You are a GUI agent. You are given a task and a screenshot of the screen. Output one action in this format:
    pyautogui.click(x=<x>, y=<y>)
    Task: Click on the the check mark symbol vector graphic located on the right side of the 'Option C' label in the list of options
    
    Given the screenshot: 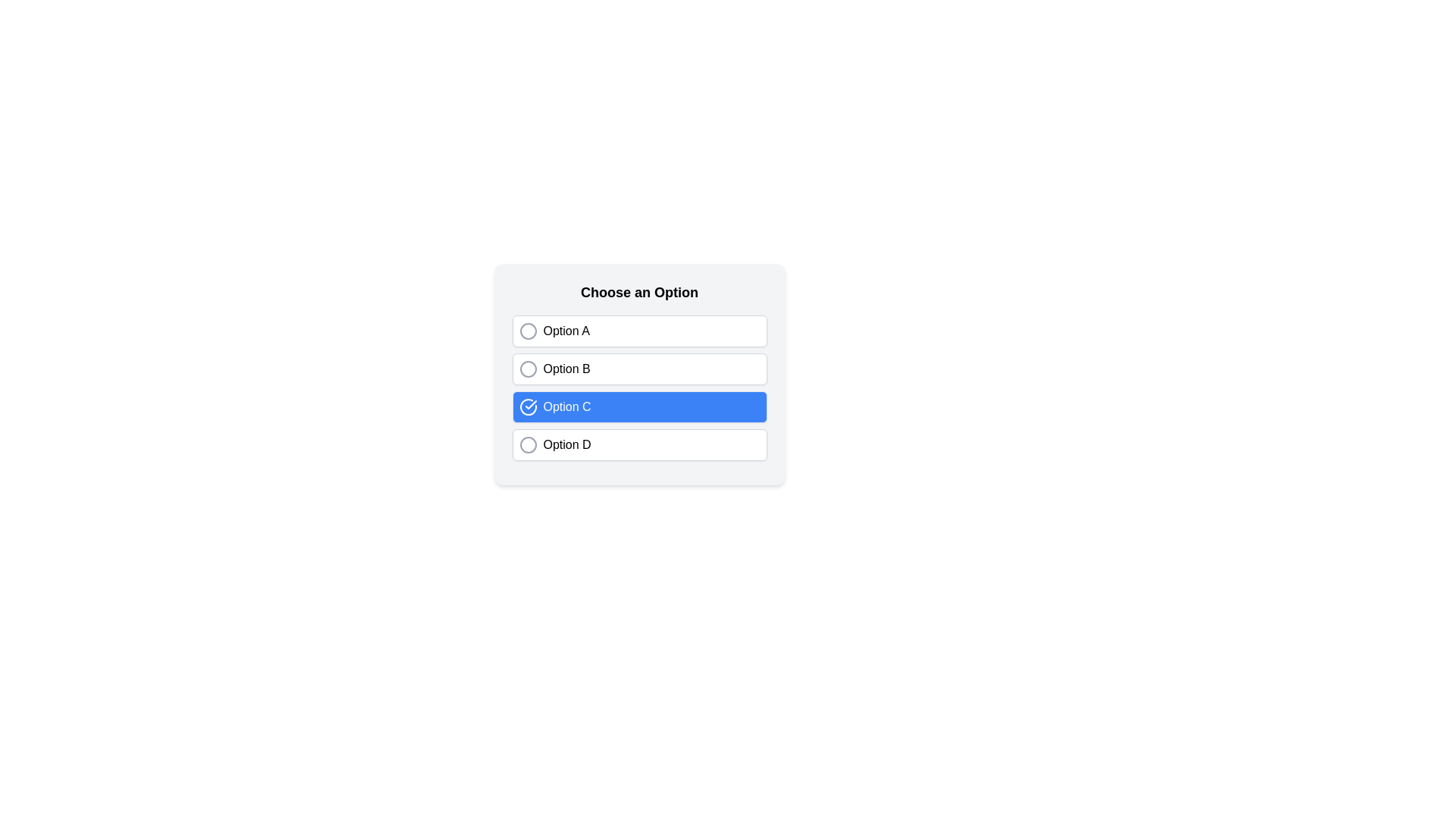 What is the action you would take?
    pyautogui.click(x=531, y=403)
    